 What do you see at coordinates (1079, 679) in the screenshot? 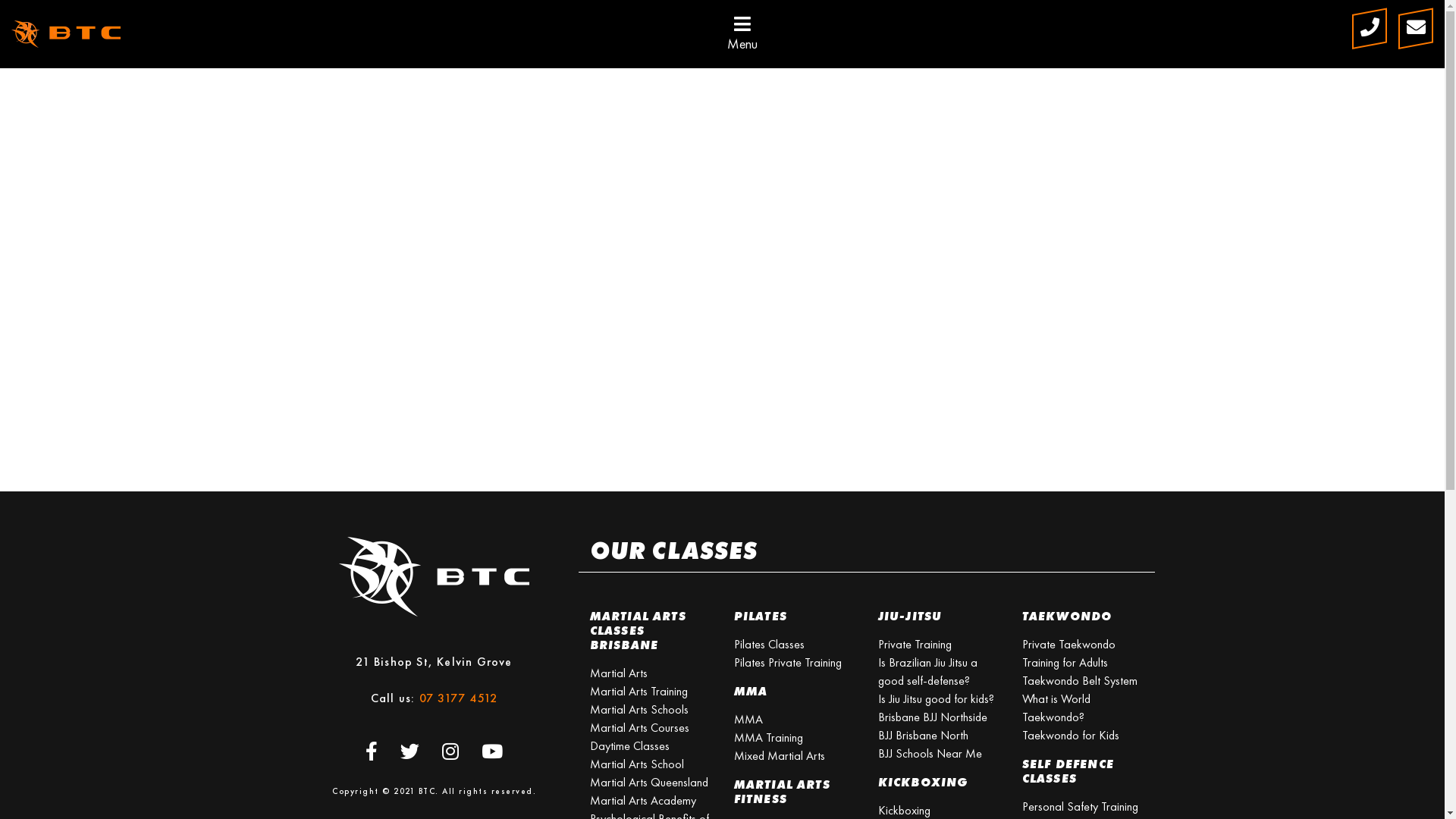
I see `'Taekwondo Belt System'` at bounding box center [1079, 679].